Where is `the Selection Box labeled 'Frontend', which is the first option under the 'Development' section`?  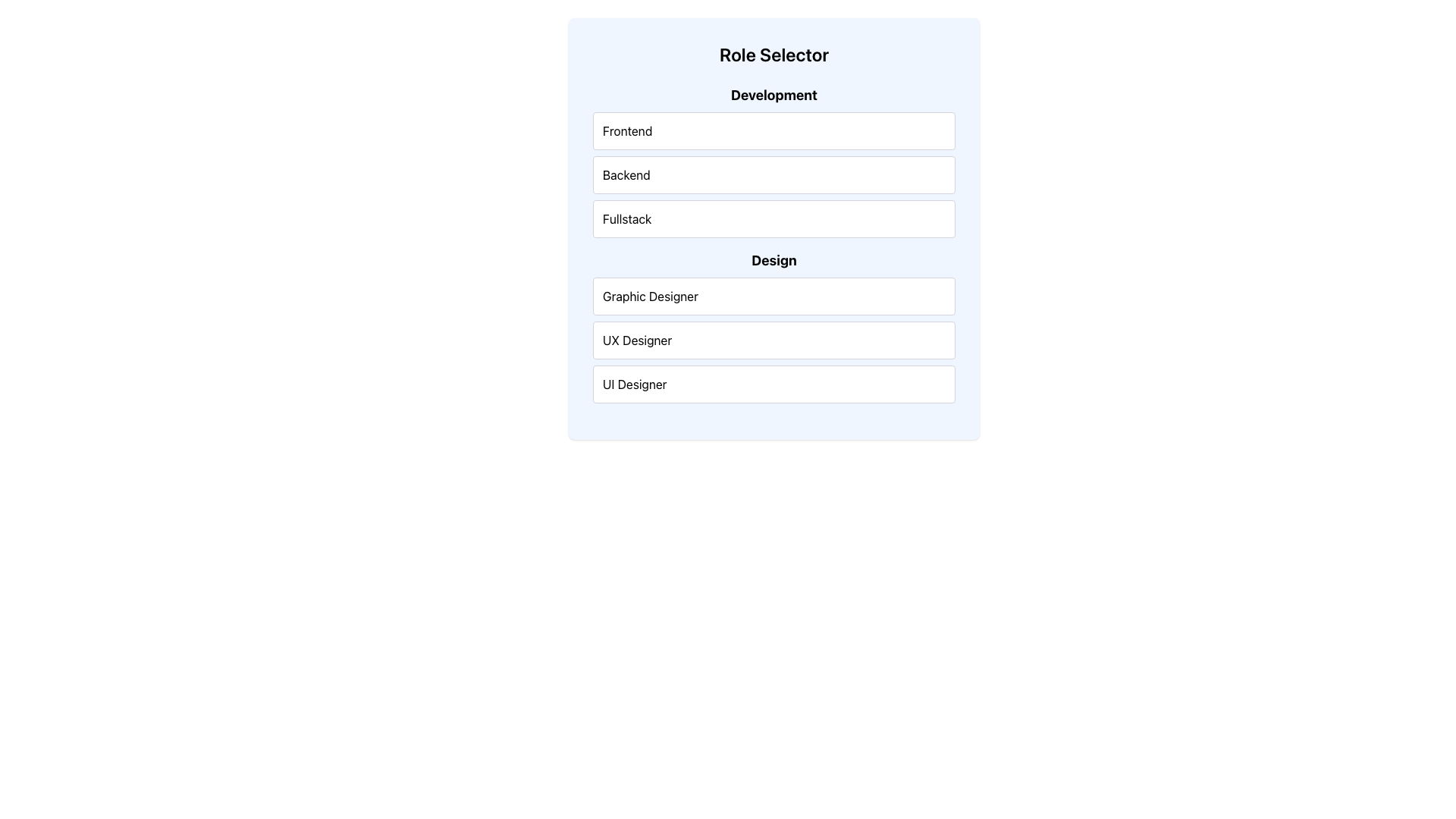
the Selection Box labeled 'Frontend', which is the first option under the 'Development' section is located at coordinates (774, 130).